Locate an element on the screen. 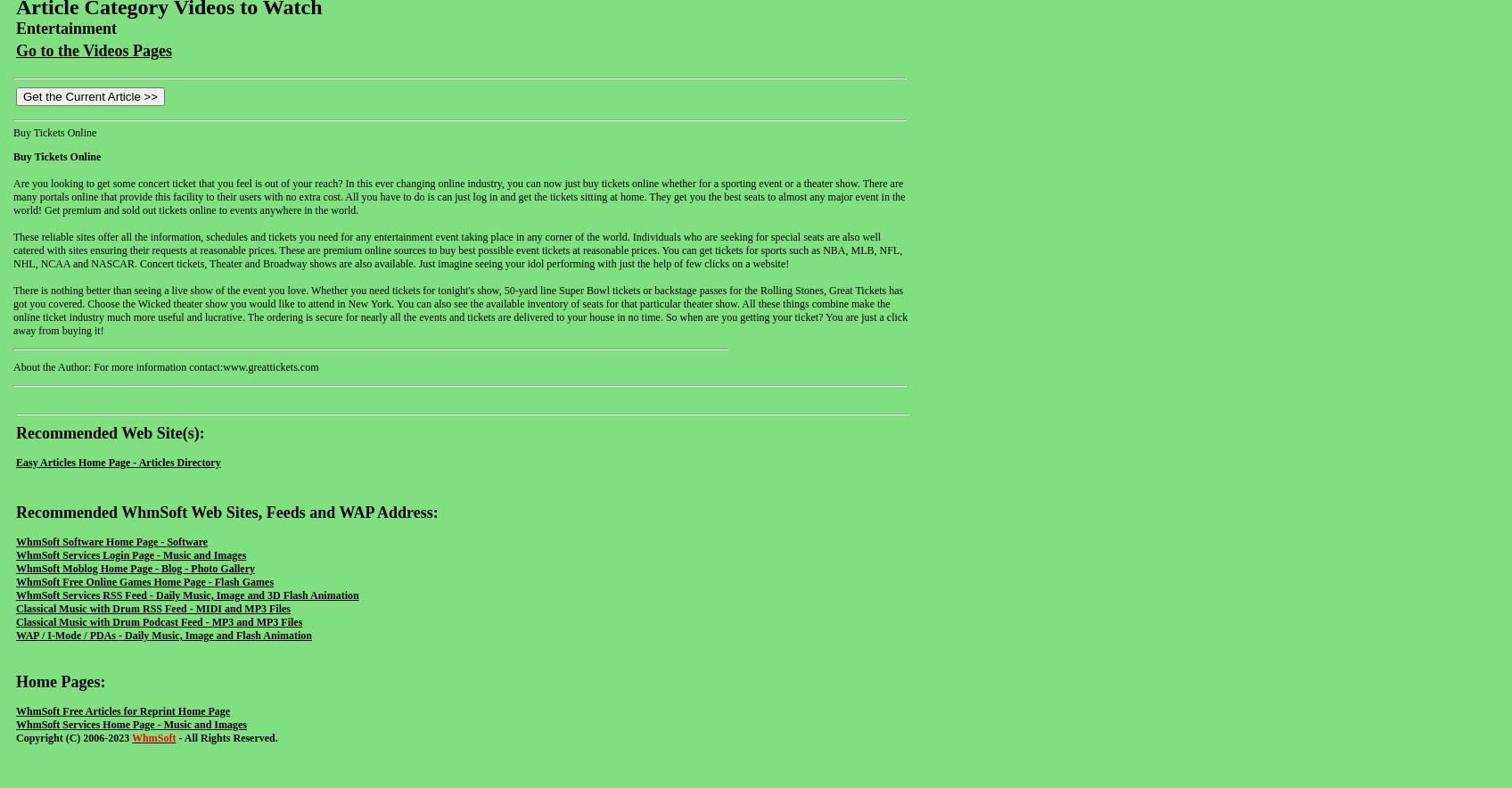 The width and height of the screenshot is (1512, 788). 'Home Pages:' is located at coordinates (15, 681).